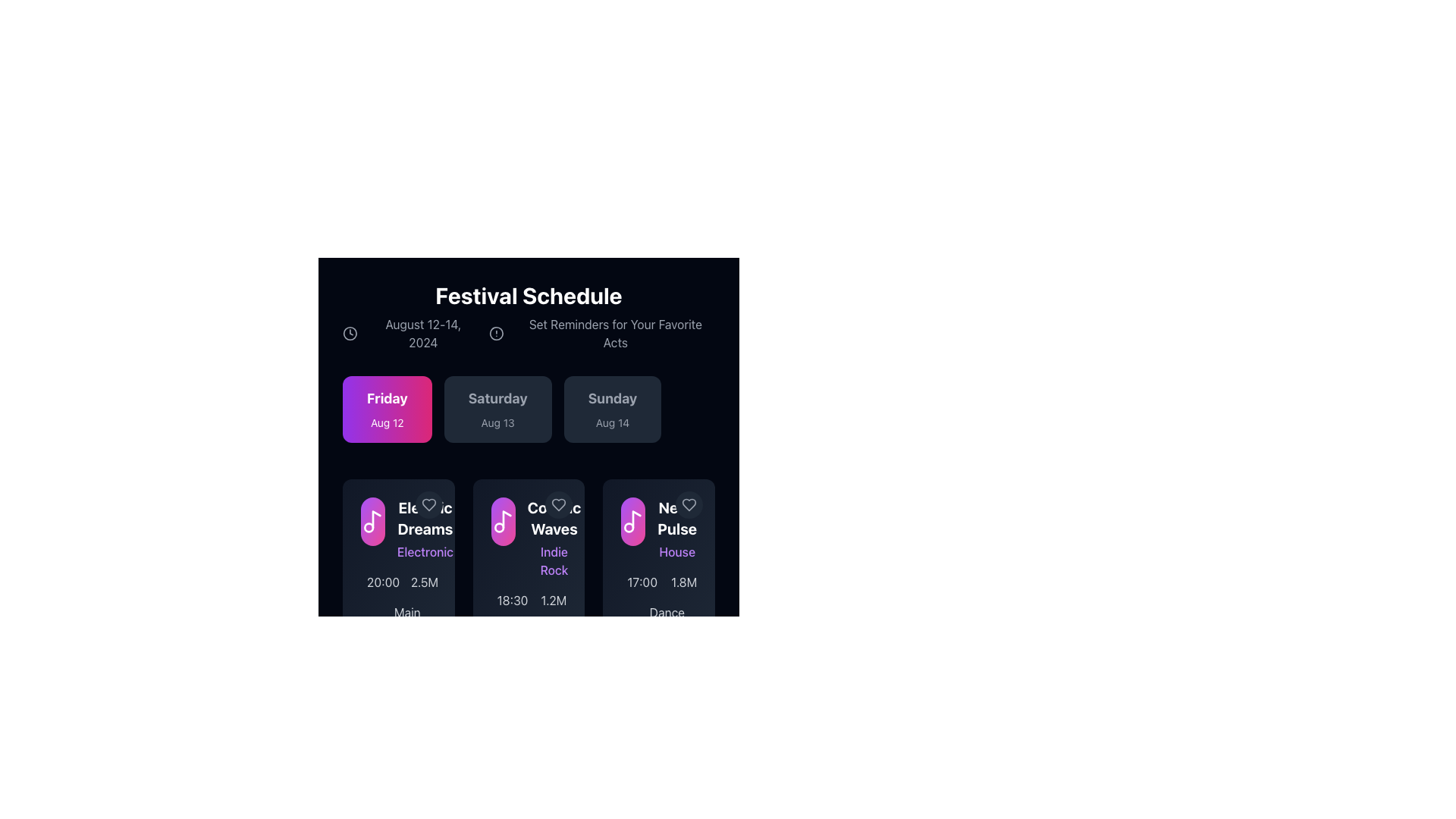 The height and width of the screenshot is (819, 1456). I want to click on the musical note icon in the top-left section of the 'Cool Waves' card under the 'Saturday, Aug 13' schedule, so click(507, 519).